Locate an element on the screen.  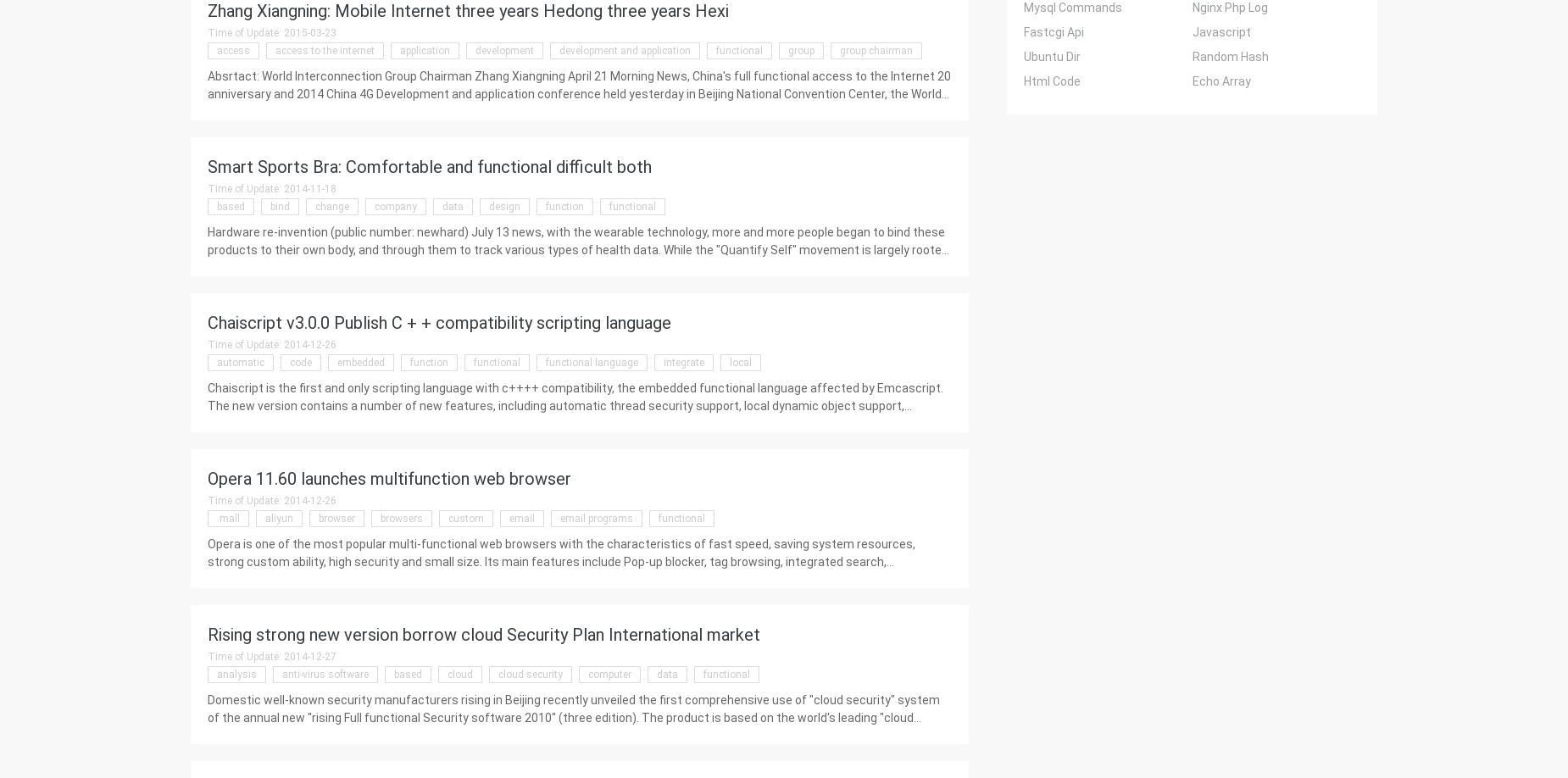
'integrate' is located at coordinates (683, 361).